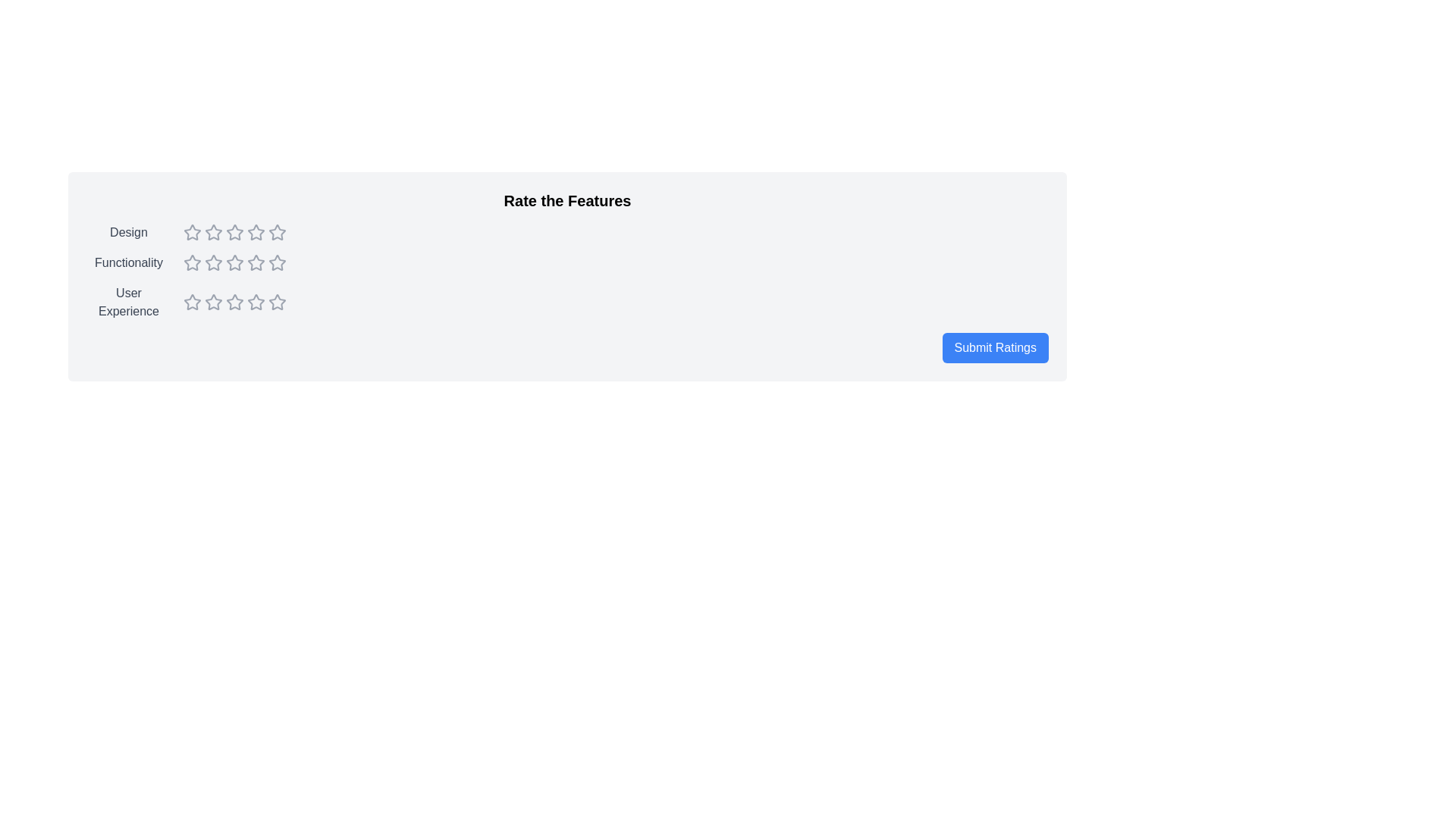  What do you see at coordinates (277, 262) in the screenshot?
I see `the fourth star-shaped rating icon in the 'Functionality' section` at bounding box center [277, 262].